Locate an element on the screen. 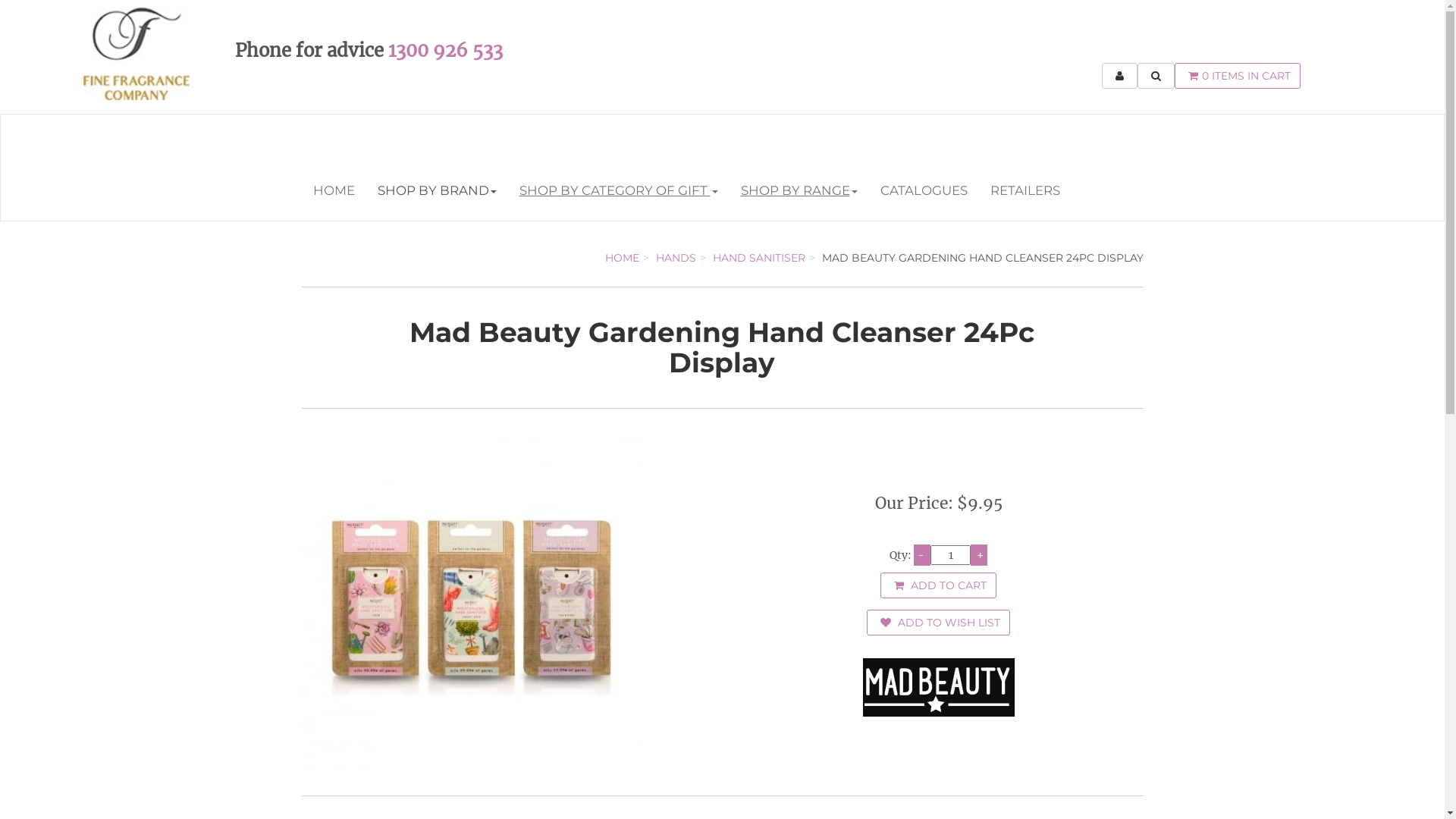 This screenshot has width=1456, height=819. 'HAND SANITISER' is located at coordinates (759, 256).